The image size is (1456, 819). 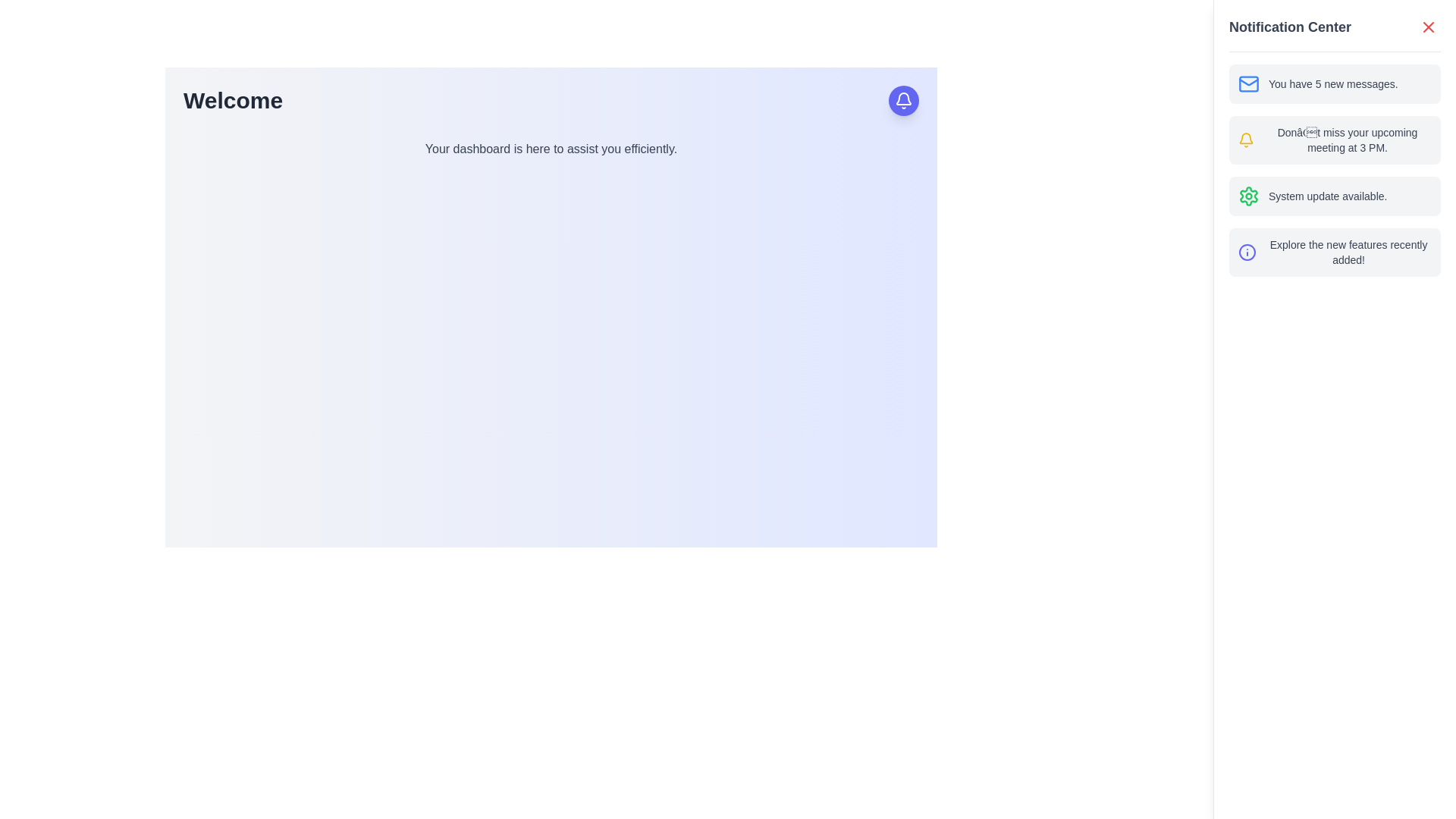 I want to click on the close button located at the top-right corner of the 'Notification Center' panel, so click(x=1427, y=27).